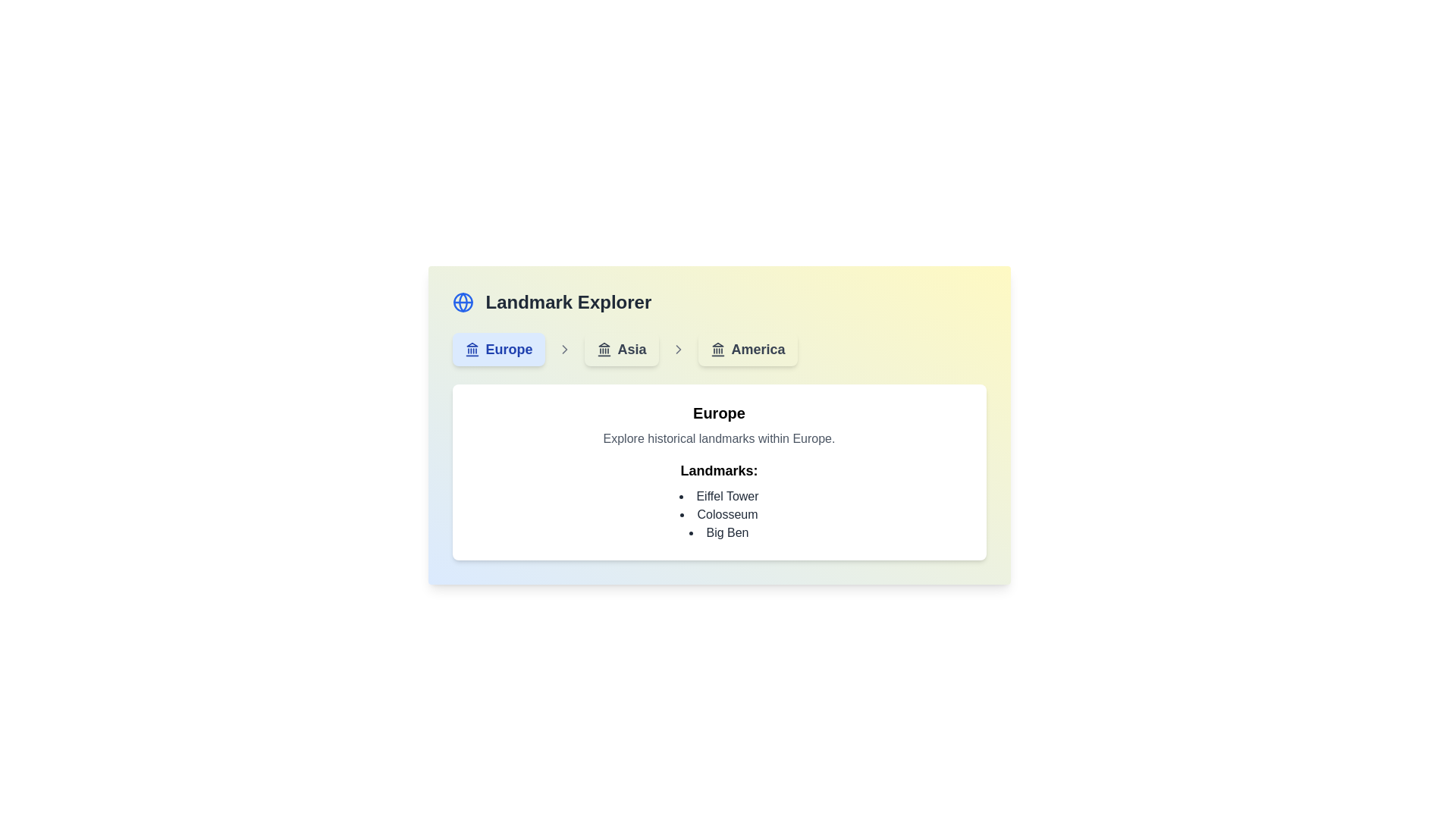  What do you see at coordinates (462, 302) in the screenshot?
I see `the SVG circle shape that is part of the globe icon preceding the 'Landmark Explorer' text` at bounding box center [462, 302].